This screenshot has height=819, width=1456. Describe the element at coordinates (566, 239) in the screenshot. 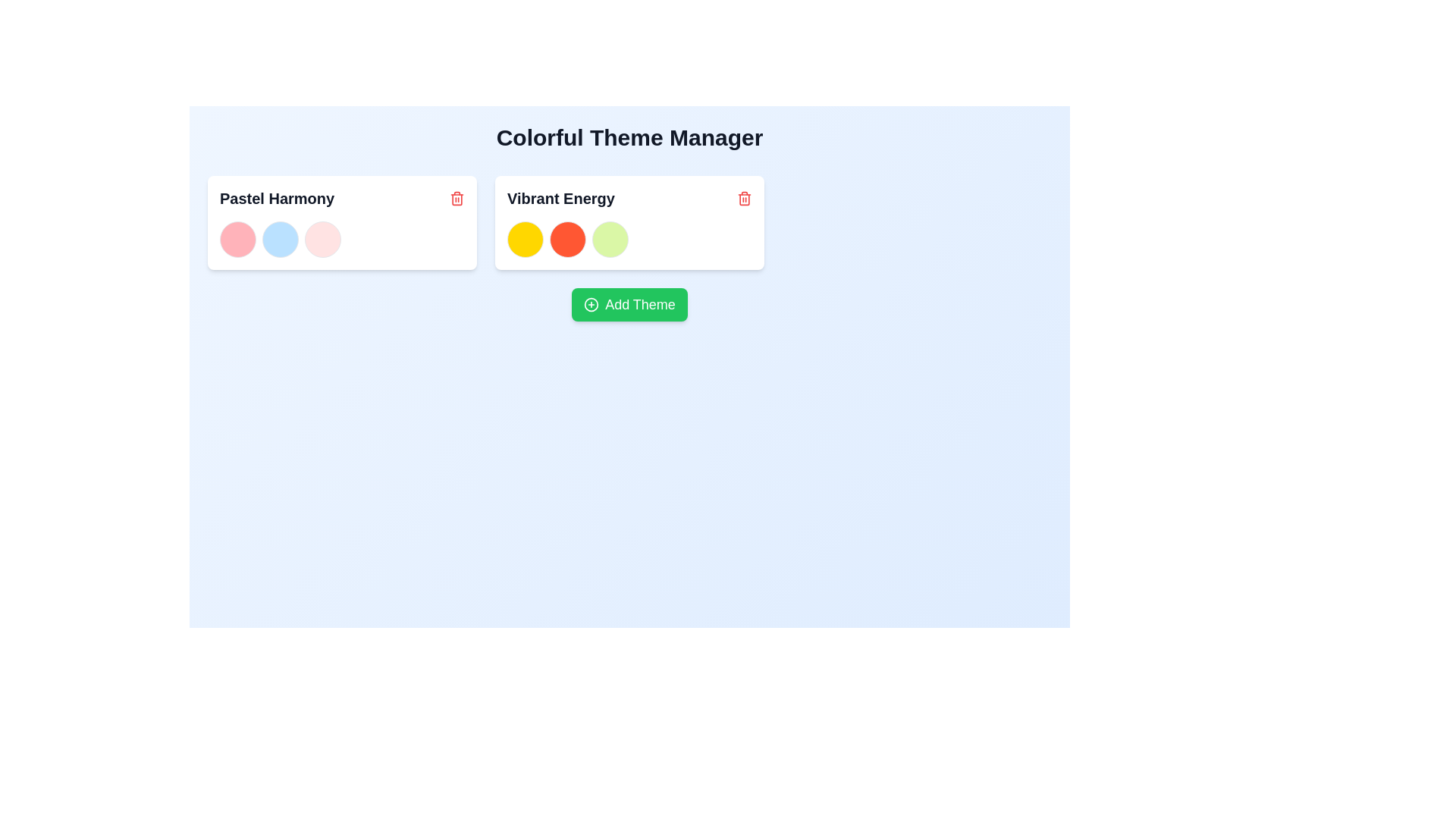

I see `the second circular decorative element in the 'Vibrant Energy' theme, which is visually centered between a yellow circle on the left and a pale green circle on the right` at that location.